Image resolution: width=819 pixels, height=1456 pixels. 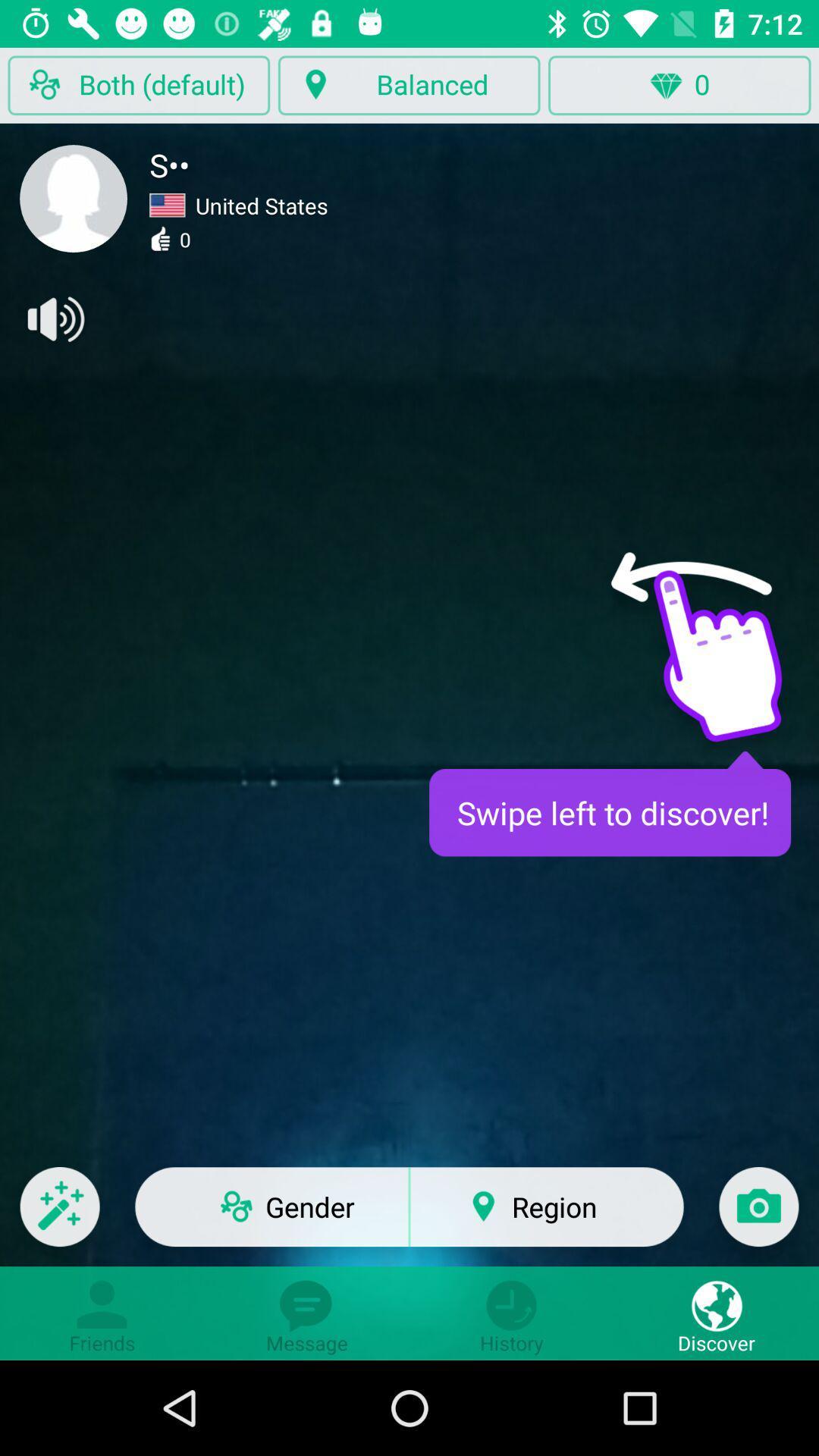 I want to click on open profile pic, so click(x=74, y=198).